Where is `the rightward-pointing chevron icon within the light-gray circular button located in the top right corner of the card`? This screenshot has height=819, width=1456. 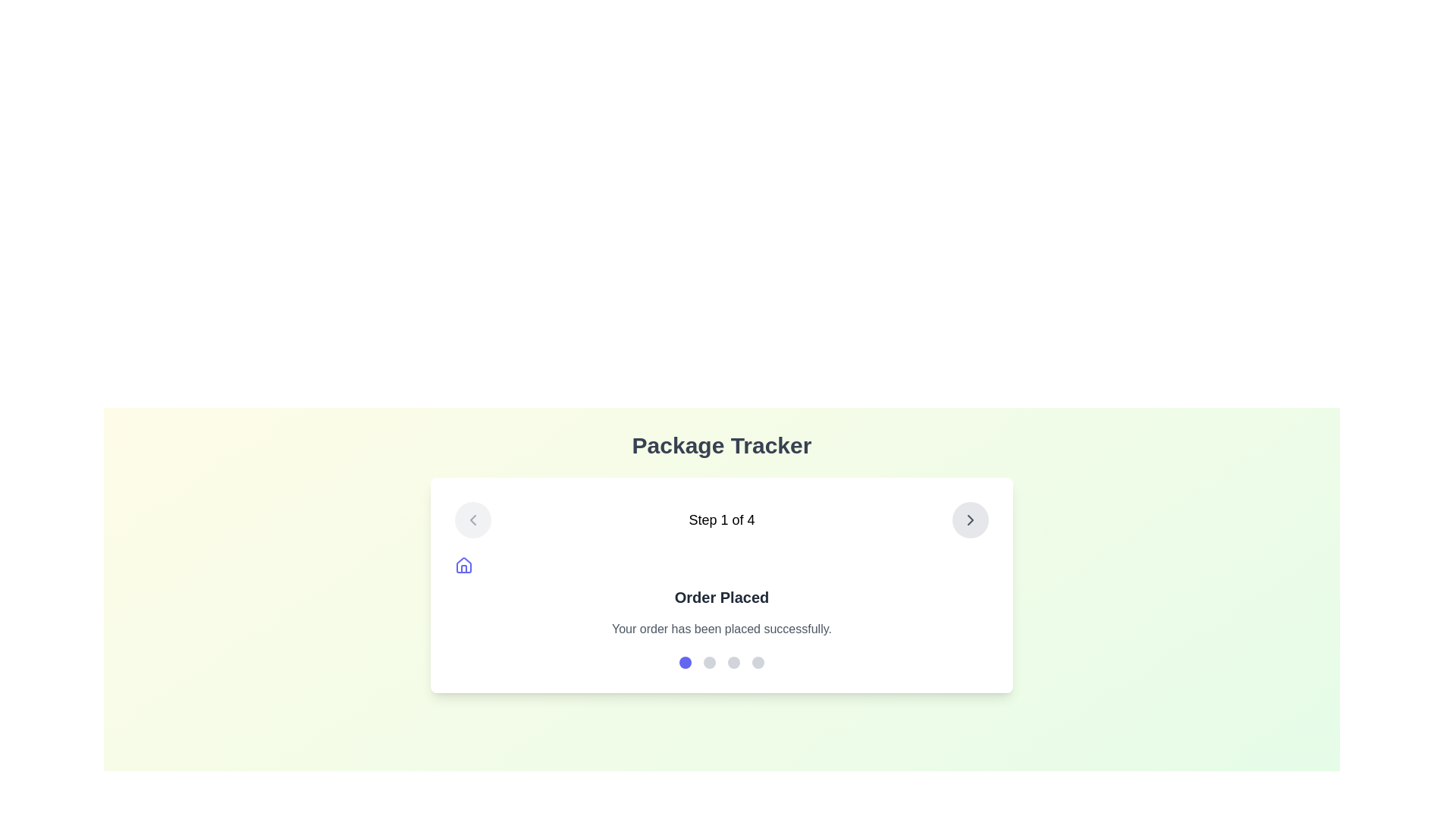 the rightward-pointing chevron icon within the light-gray circular button located in the top right corner of the card is located at coordinates (971, 519).